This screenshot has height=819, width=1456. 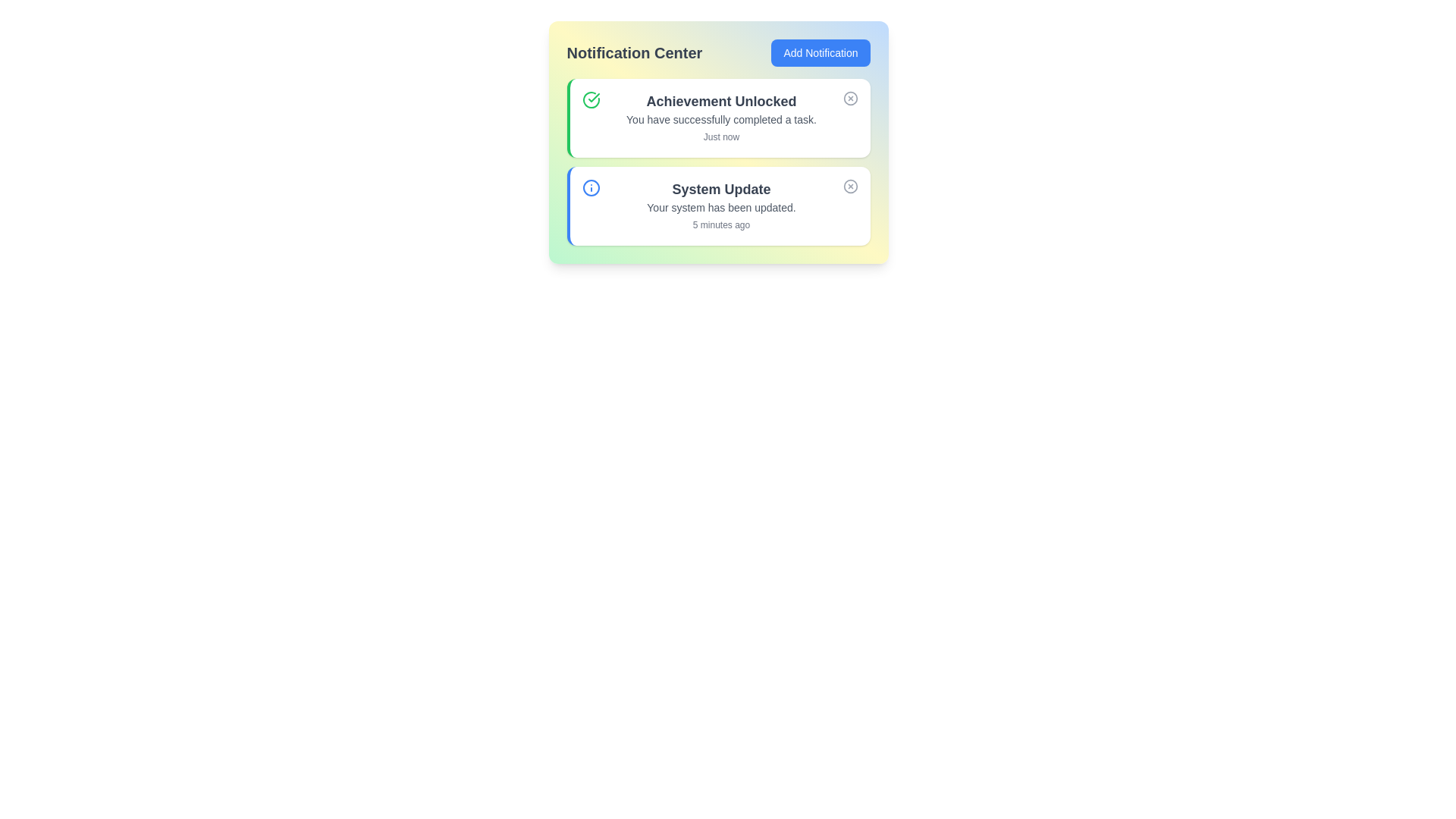 What do you see at coordinates (592, 97) in the screenshot?
I see `the green checkmark icon in the first notification card that indicates a completed action, located adjacent to the 'Achievement Unlocked' title` at bounding box center [592, 97].